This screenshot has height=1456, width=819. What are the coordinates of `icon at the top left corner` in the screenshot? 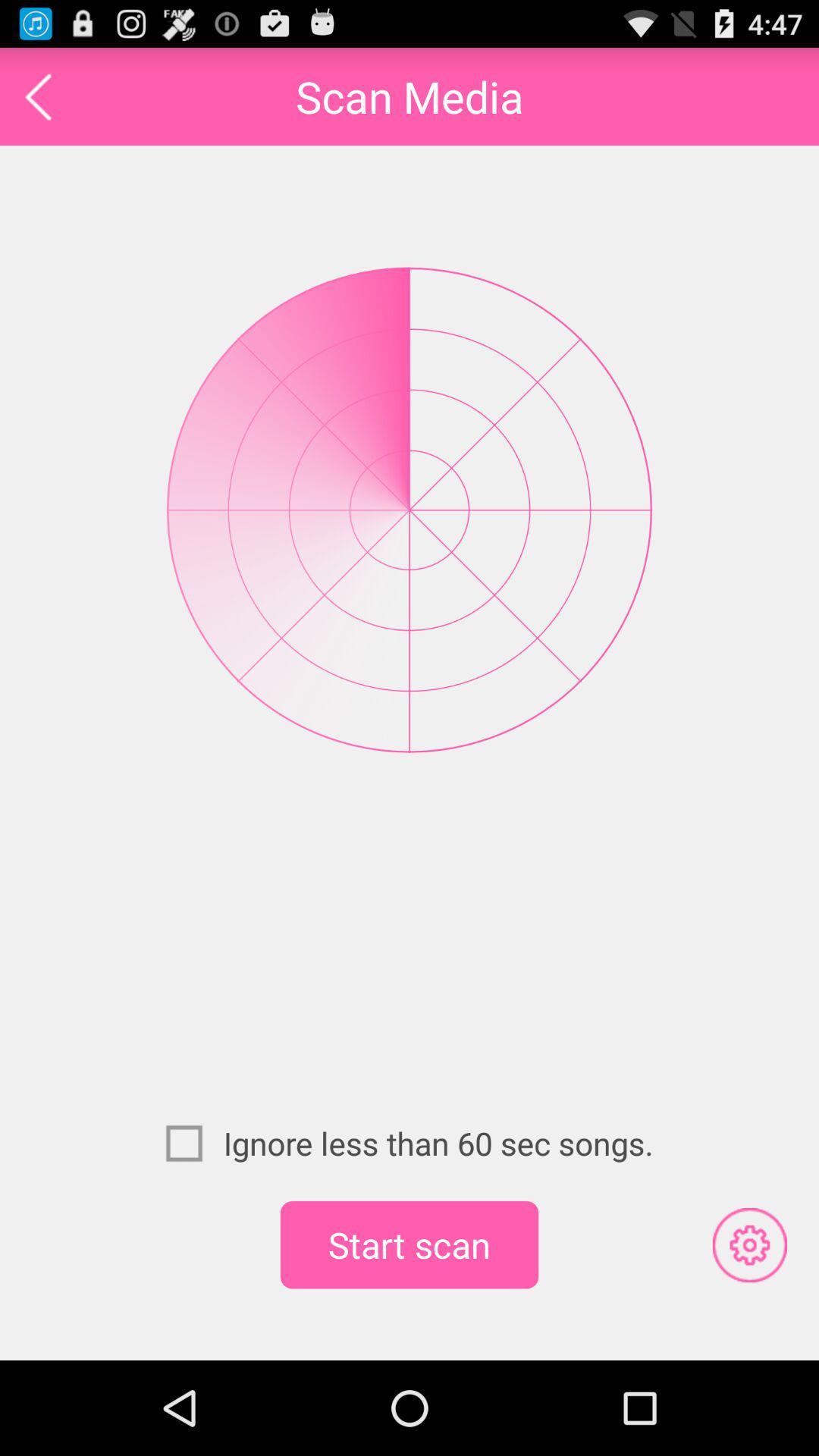 It's located at (37, 96).